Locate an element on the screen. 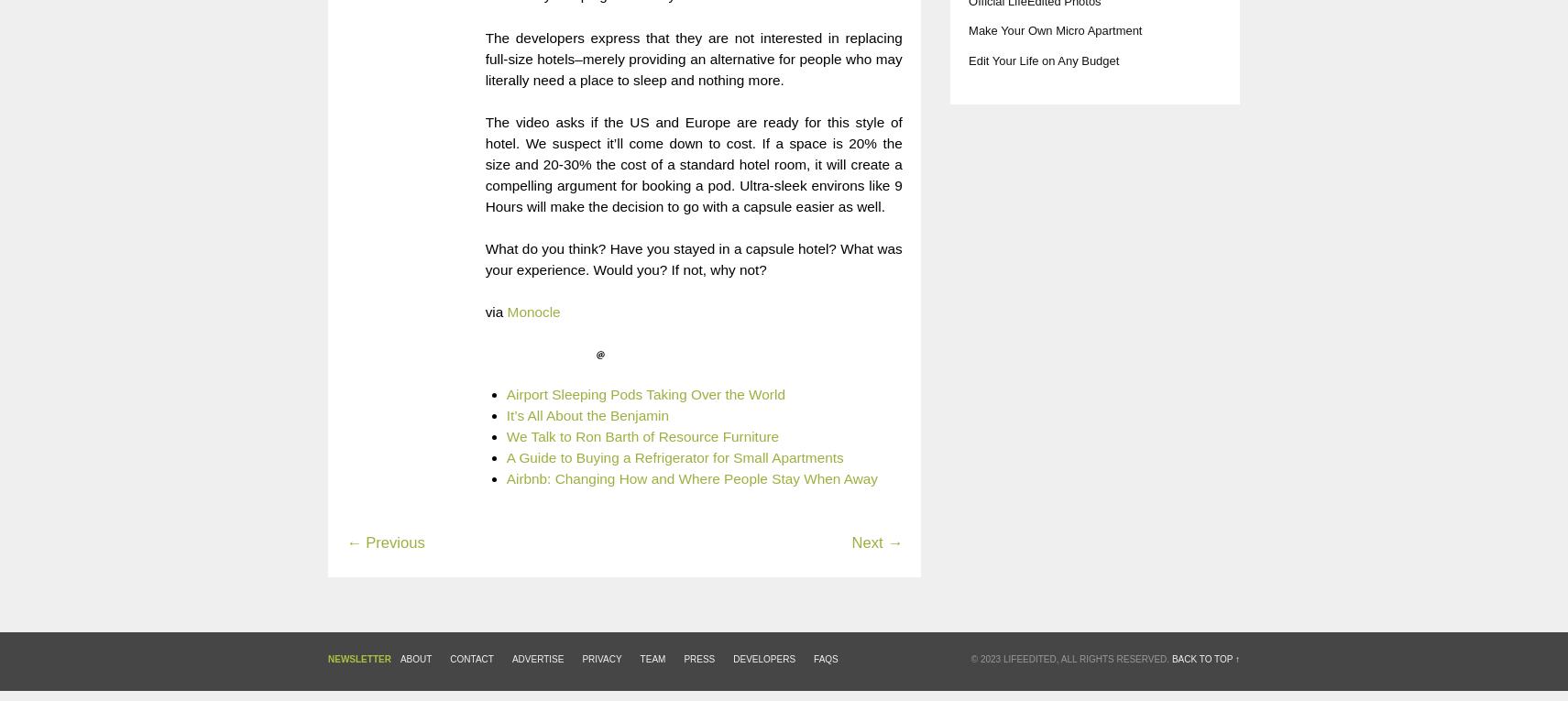 The width and height of the screenshot is (1568, 701). 't' is located at coordinates (1114, 60).